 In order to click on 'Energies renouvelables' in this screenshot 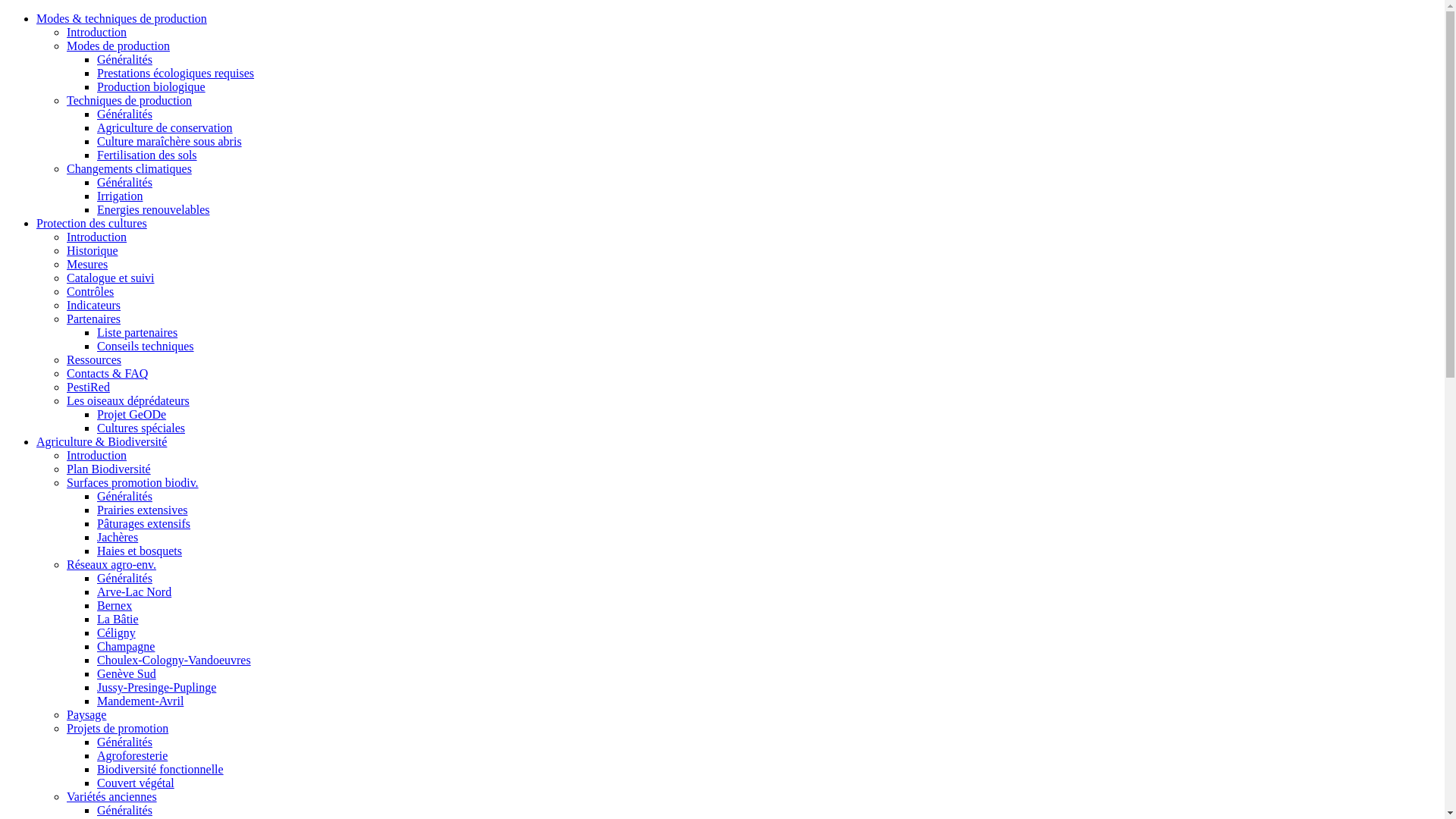, I will do `click(153, 209)`.